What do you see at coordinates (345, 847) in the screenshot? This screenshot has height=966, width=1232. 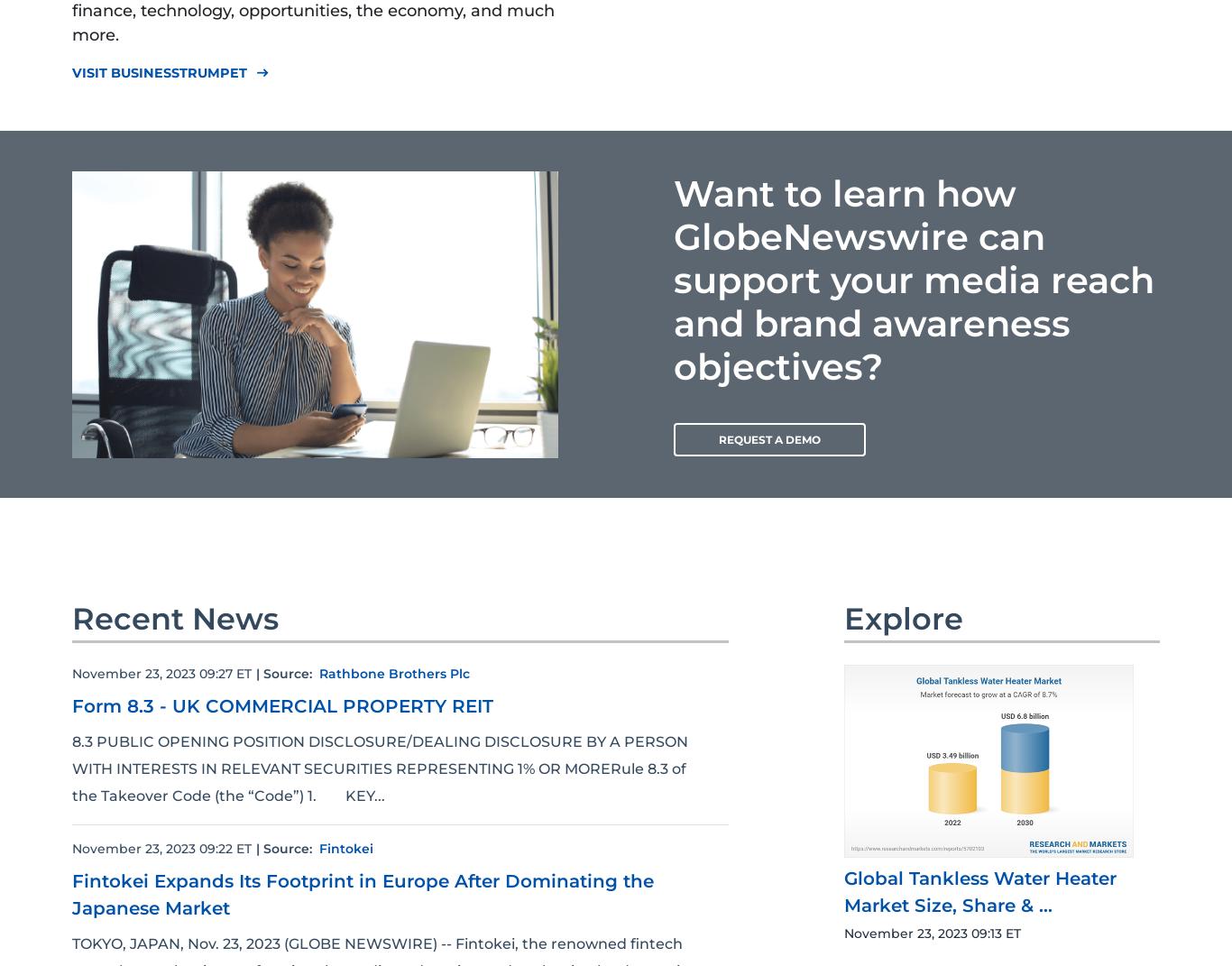 I see `'Fintokei'` at bounding box center [345, 847].